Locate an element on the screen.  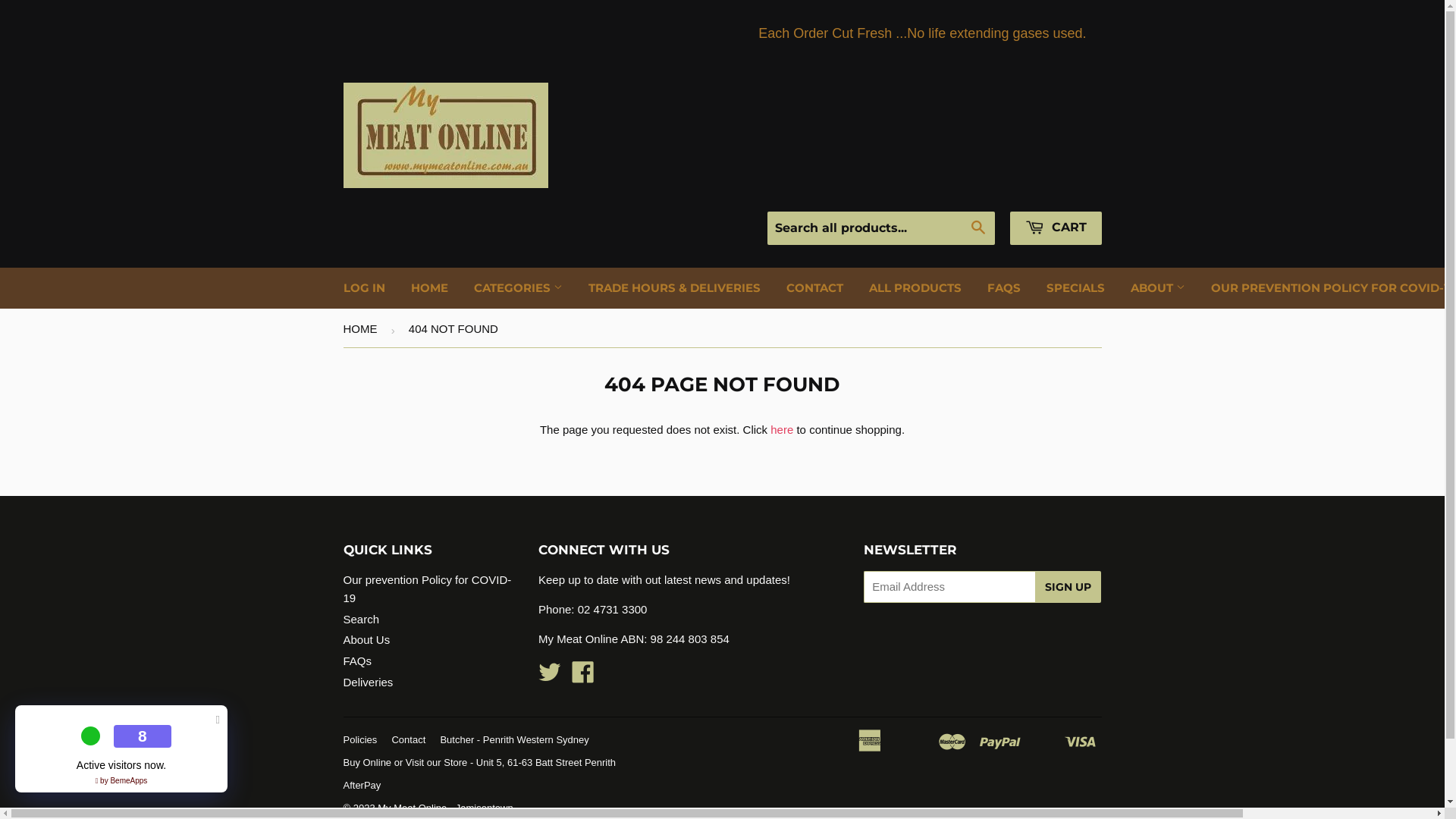
'AfterPay' is located at coordinates (341, 785).